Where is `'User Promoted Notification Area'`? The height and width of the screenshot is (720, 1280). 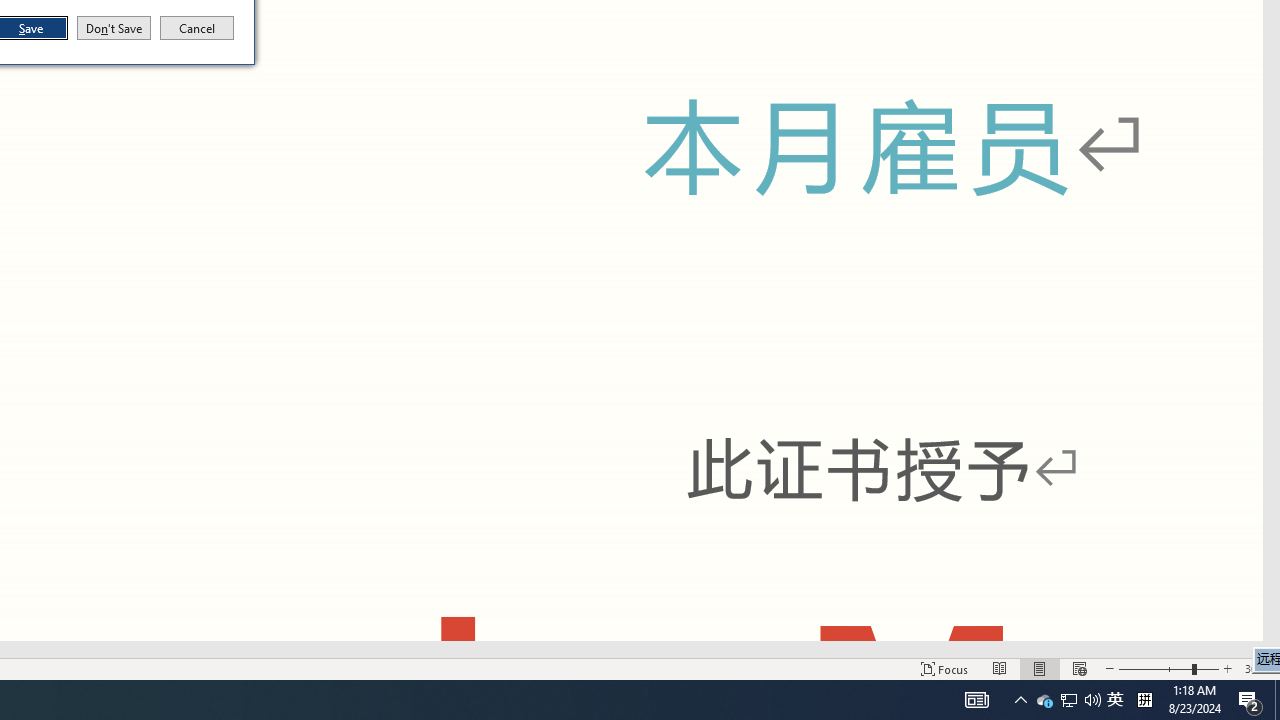 'User Promoted Notification Area' is located at coordinates (1067, 698).